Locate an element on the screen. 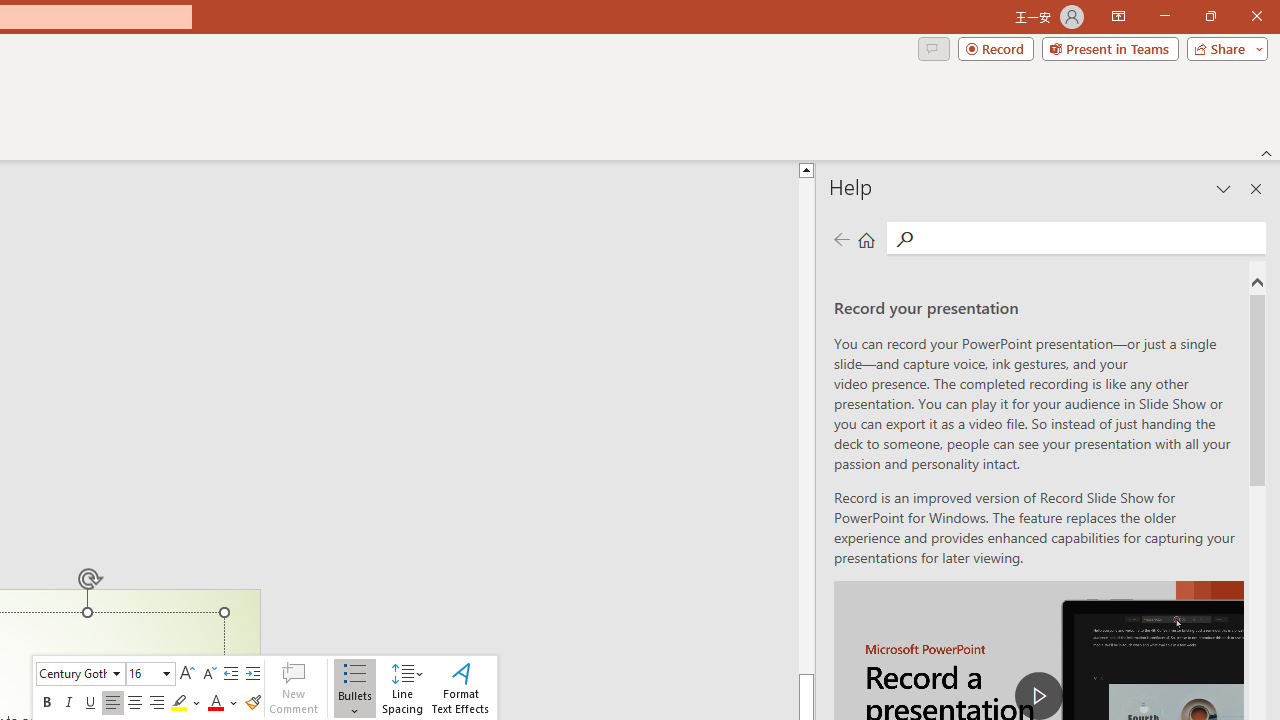 This screenshot has width=1280, height=720. 'play Record a Presentation' is located at coordinates (1038, 694).